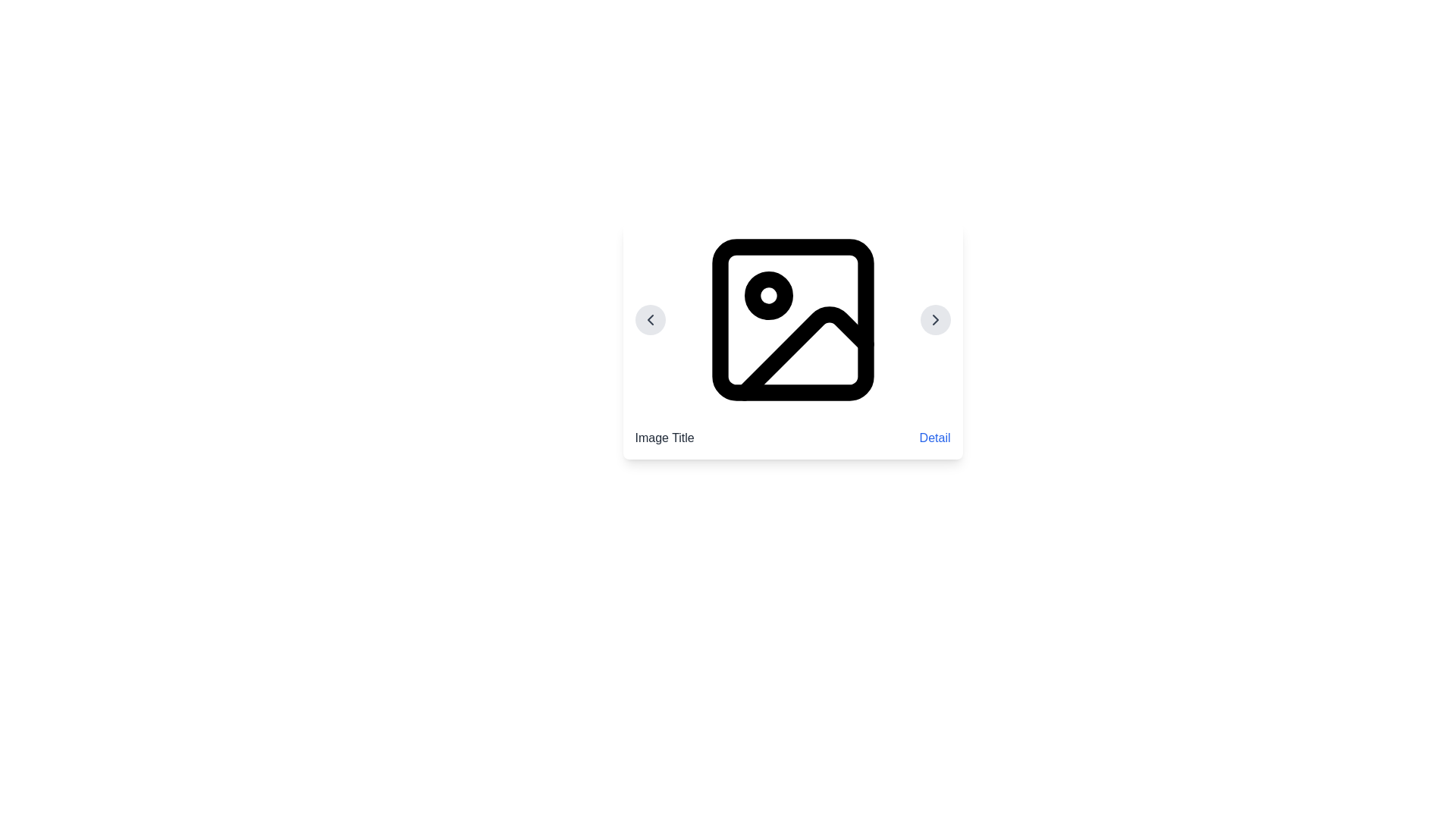  What do you see at coordinates (664, 438) in the screenshot?
I see `the descriptive text label located on the left side below the associated image, which provides a title for that image` at bounding box center [664, 438].